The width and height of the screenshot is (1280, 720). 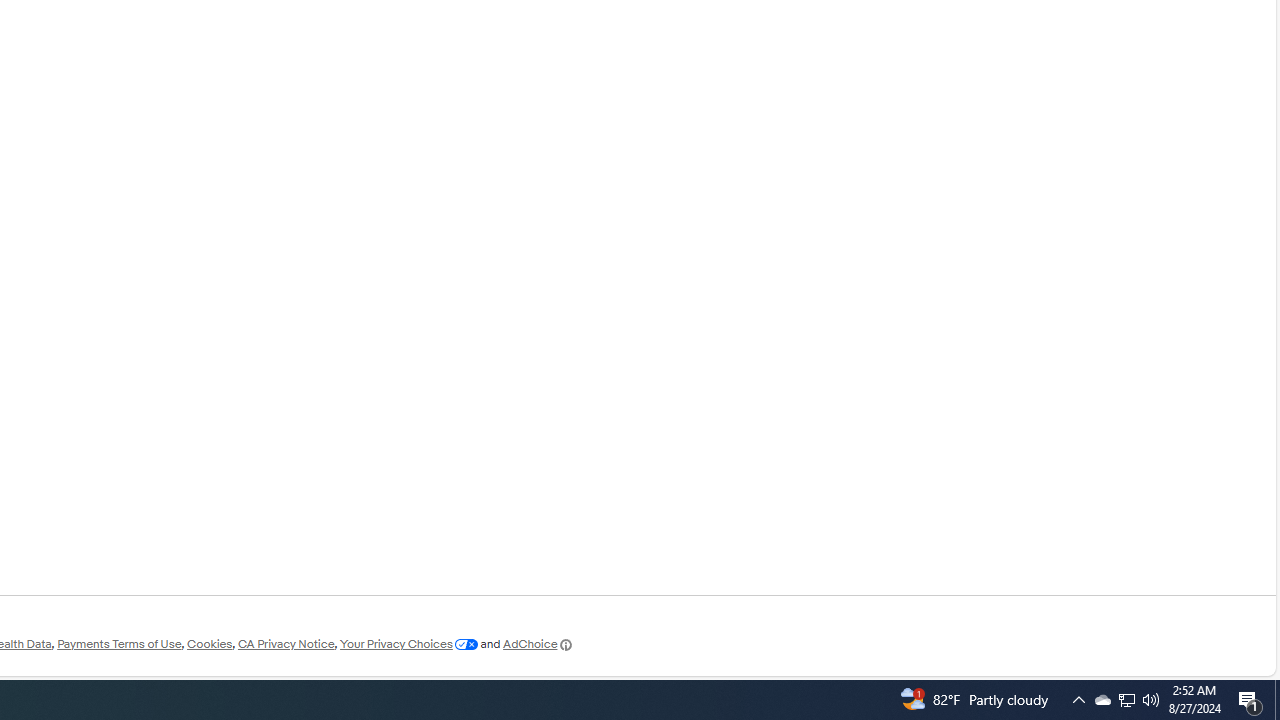 I want to click on 'AdChoice', so click(x=538, y=644).